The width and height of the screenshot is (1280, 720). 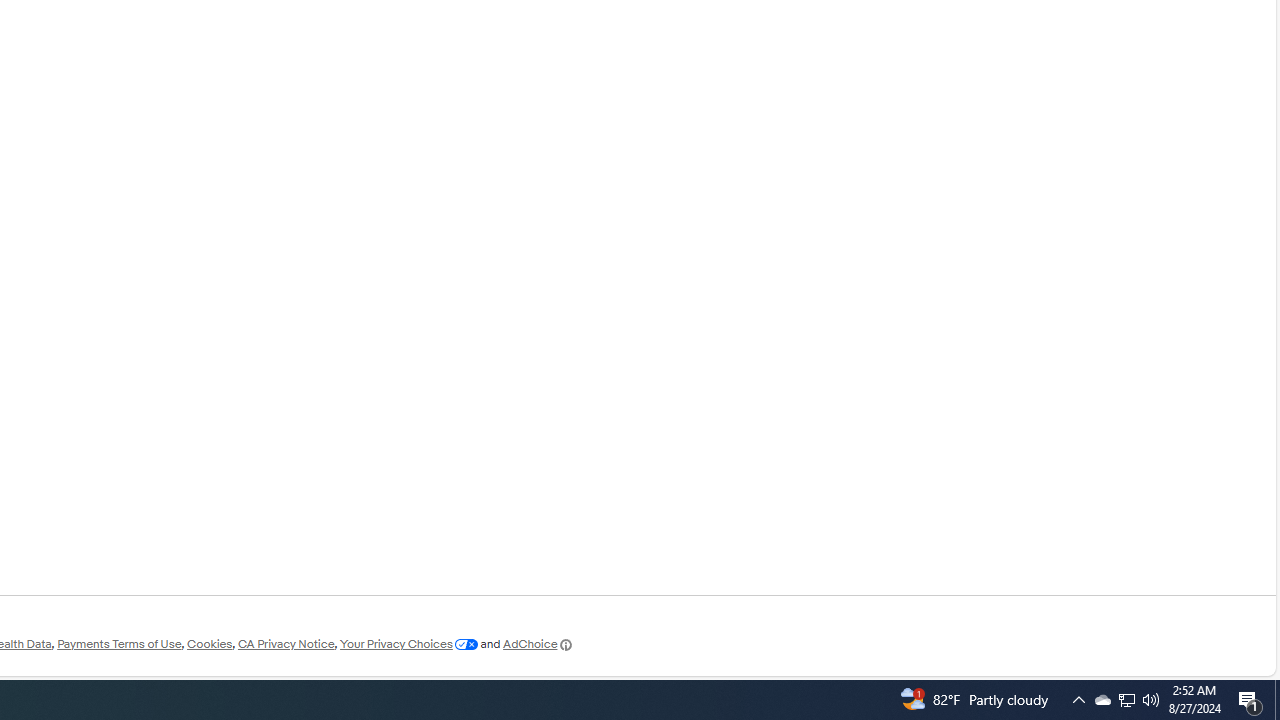 I want to click on 'AdChoice', so click(x=538, y=644).